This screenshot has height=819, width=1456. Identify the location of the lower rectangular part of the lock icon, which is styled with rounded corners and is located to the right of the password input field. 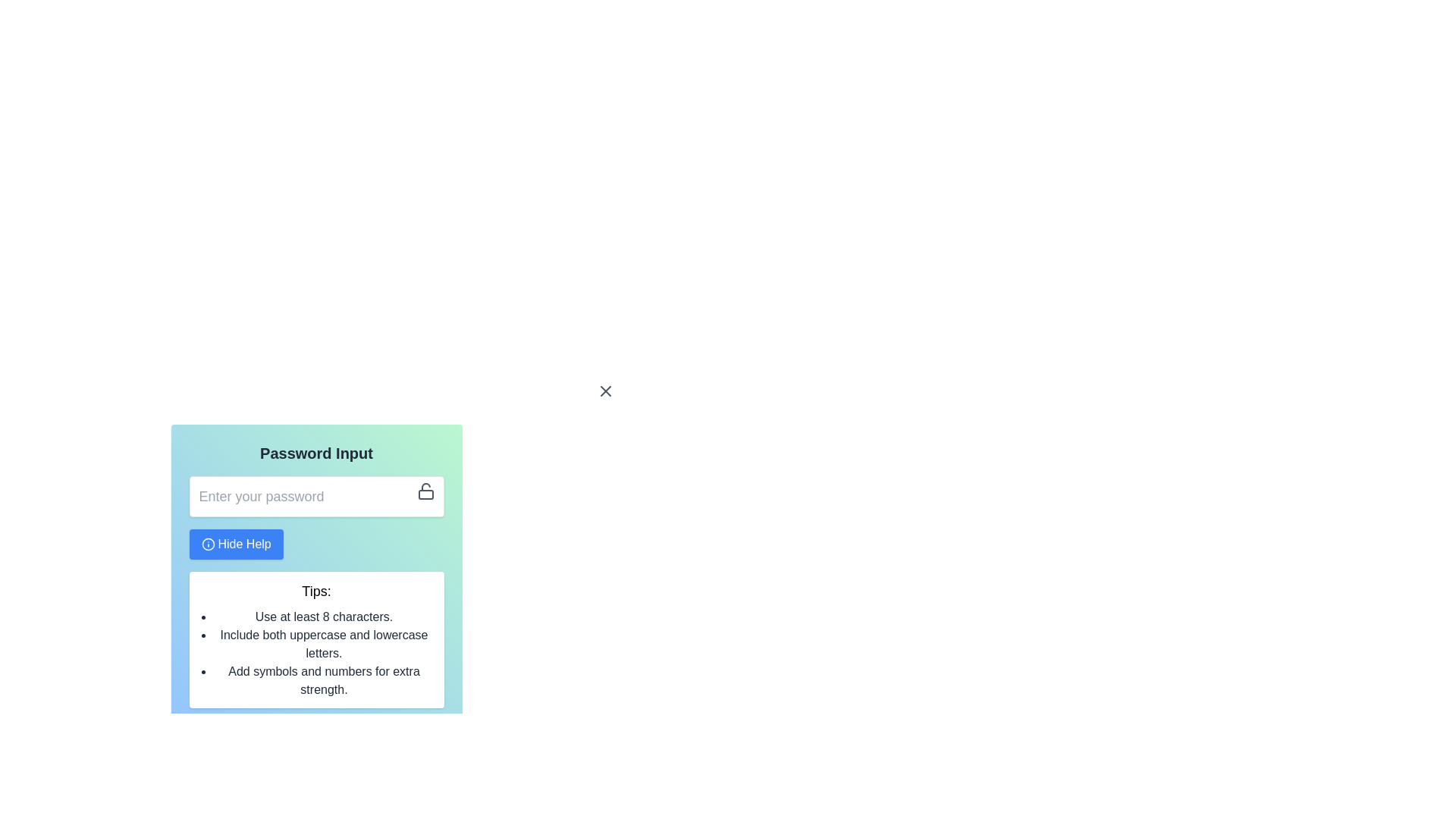
(425, 494).